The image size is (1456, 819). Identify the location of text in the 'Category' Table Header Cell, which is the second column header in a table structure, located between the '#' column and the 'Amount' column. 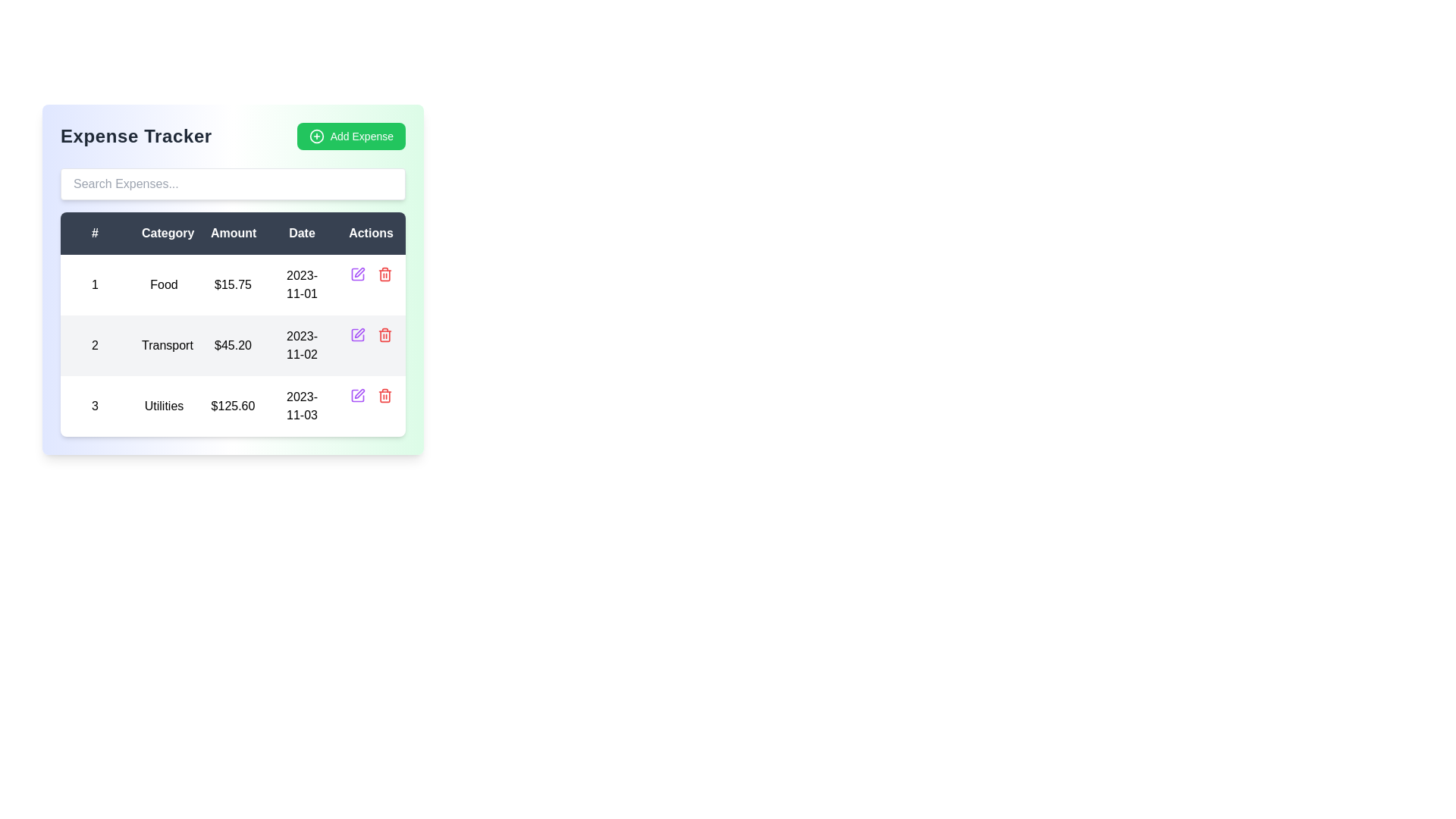
(164, 234).